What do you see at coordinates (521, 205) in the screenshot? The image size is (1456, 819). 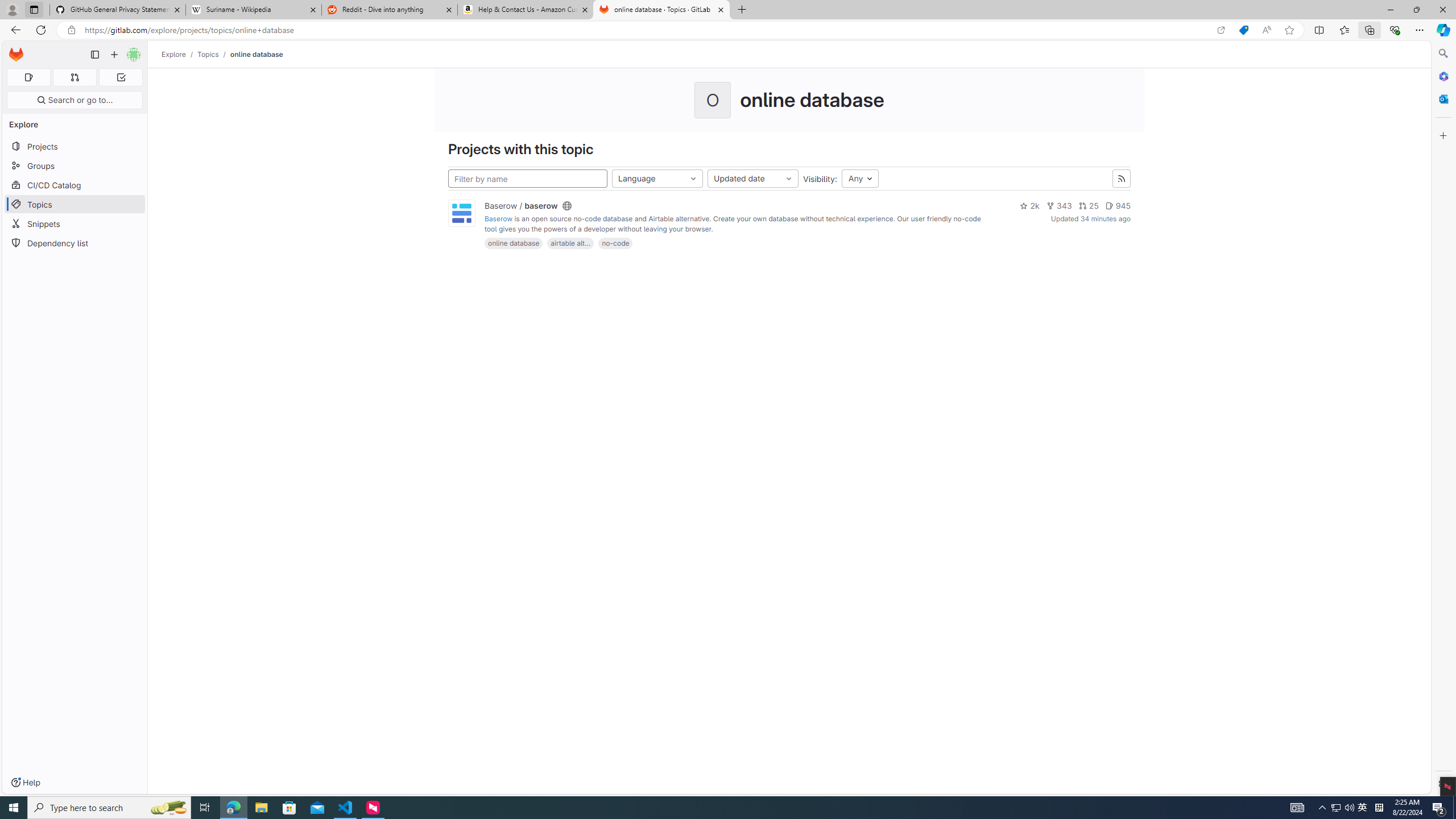 I see `'Baserow / baserow'` at bounding box center [521, 205].